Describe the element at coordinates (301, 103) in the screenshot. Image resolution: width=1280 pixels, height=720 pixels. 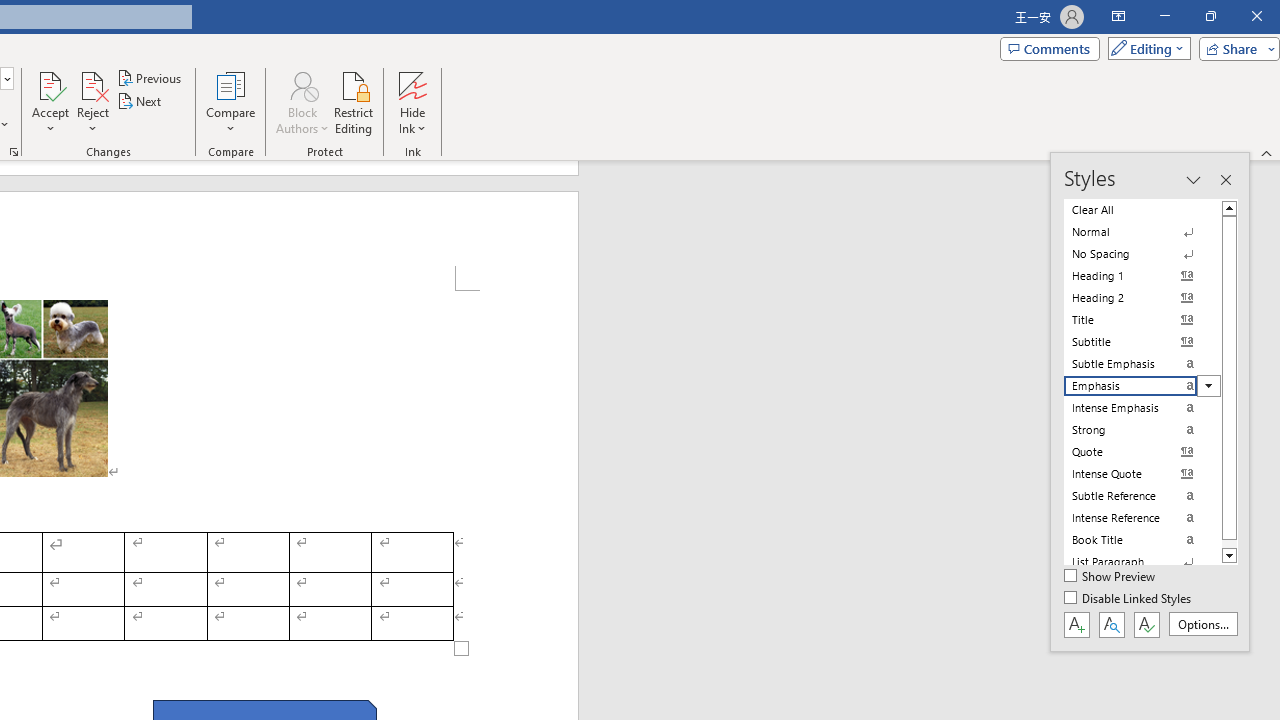
I see `'Block Authors'` at that location.